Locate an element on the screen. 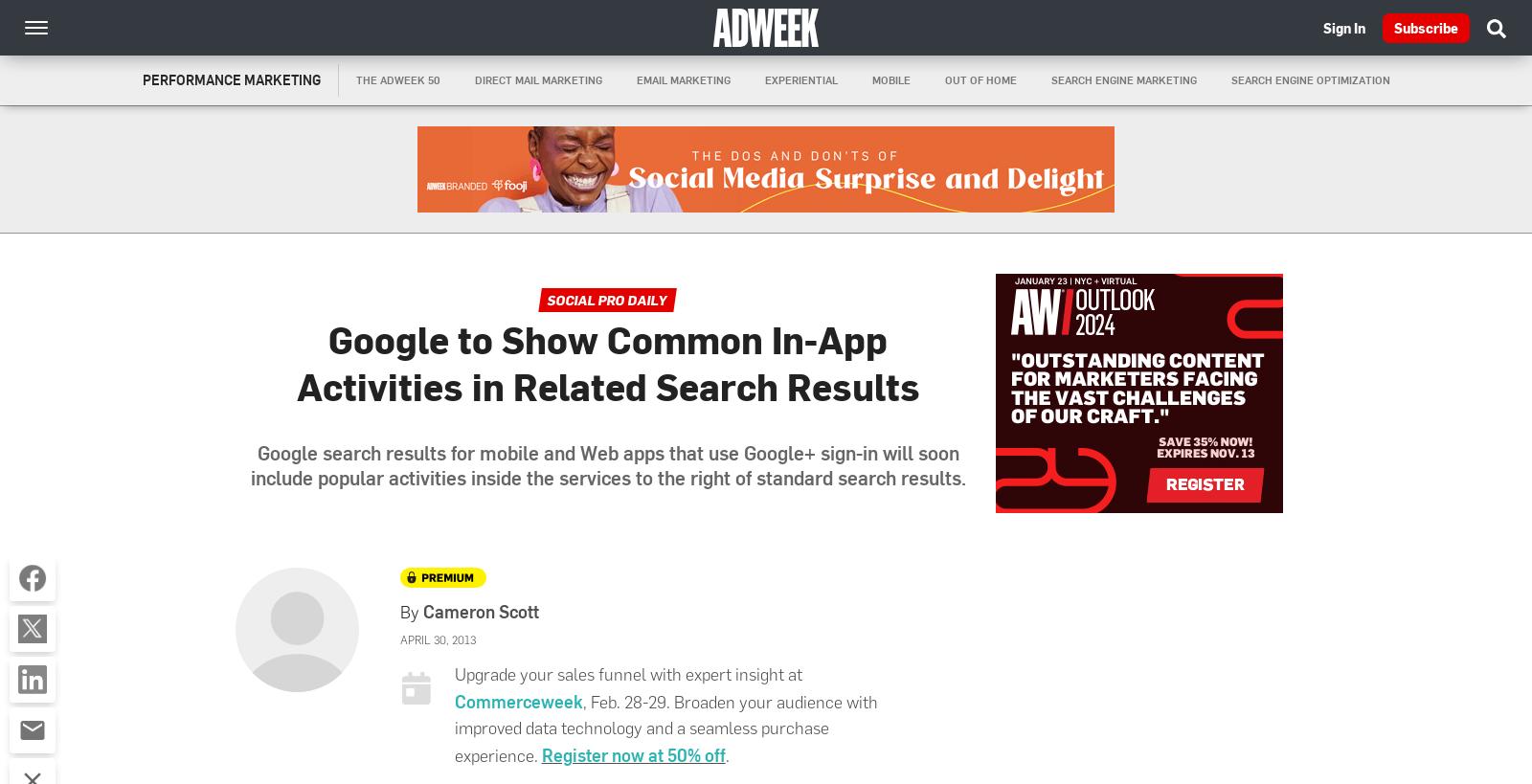 The width and height of the screenshot is (1532, 784). '.' is located at coordinates (724, 756).